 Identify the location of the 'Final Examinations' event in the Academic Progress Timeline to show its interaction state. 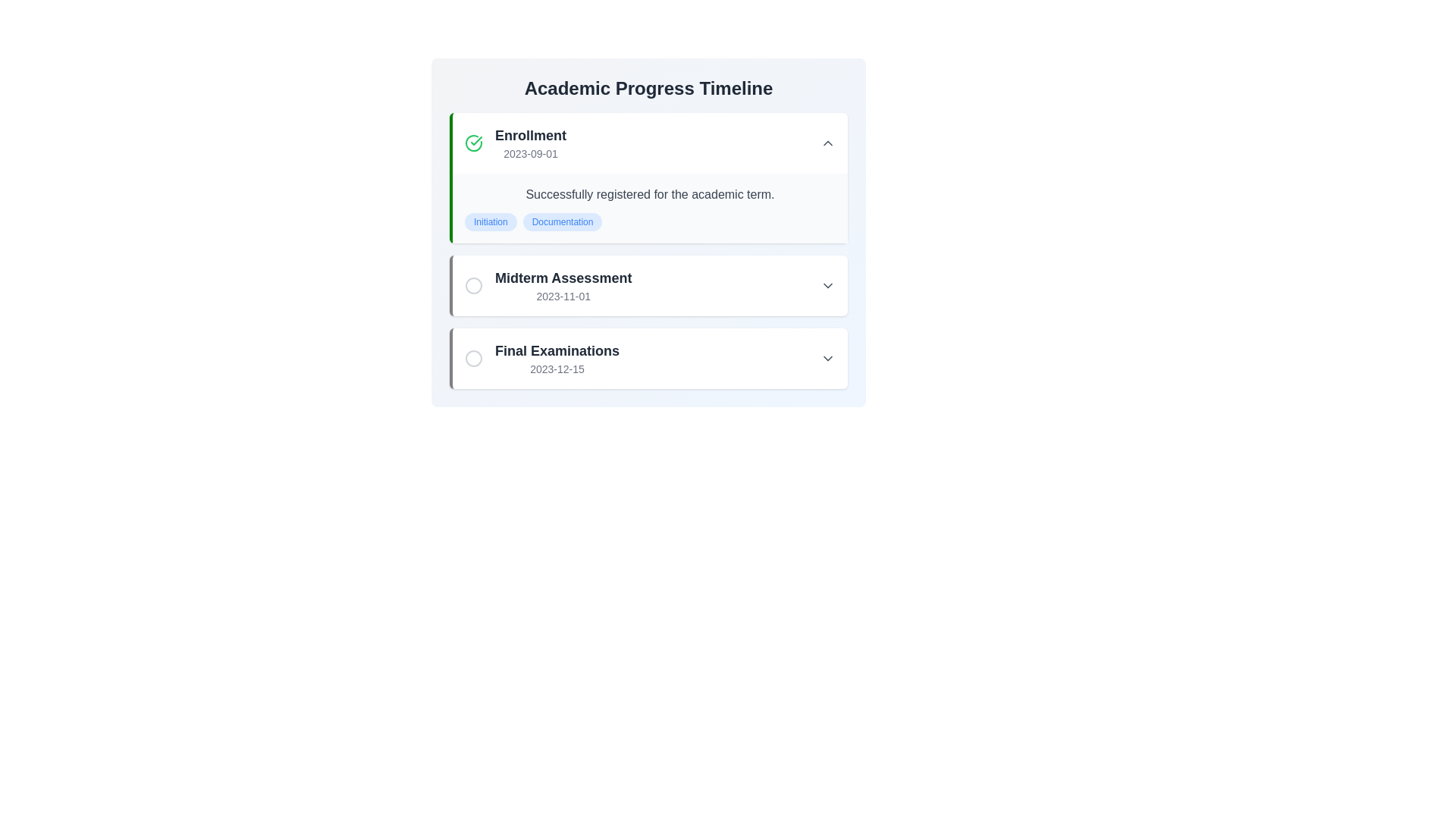
(650, 359).